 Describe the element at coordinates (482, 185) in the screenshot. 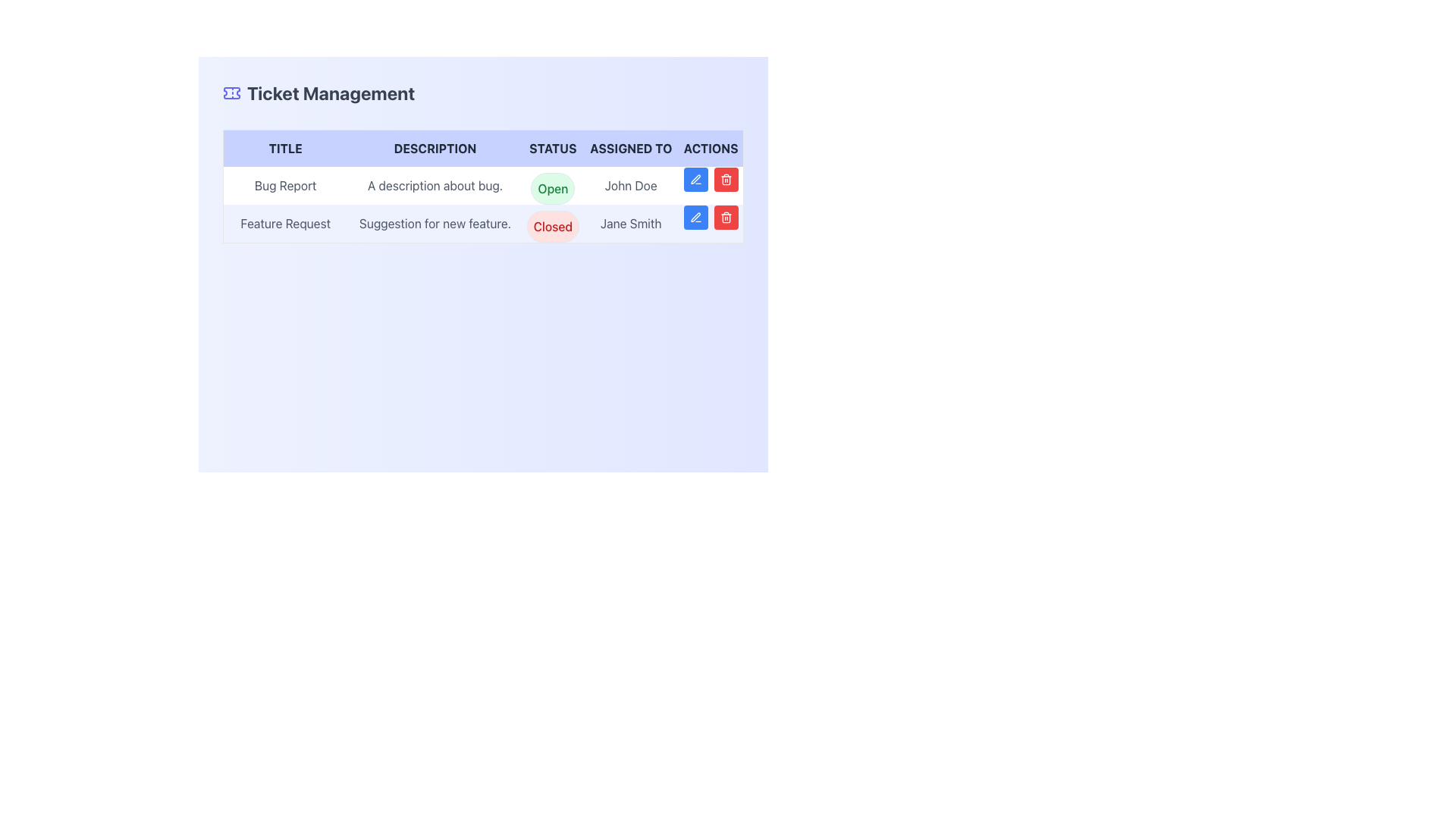

I see `the ticket management table` at that location.